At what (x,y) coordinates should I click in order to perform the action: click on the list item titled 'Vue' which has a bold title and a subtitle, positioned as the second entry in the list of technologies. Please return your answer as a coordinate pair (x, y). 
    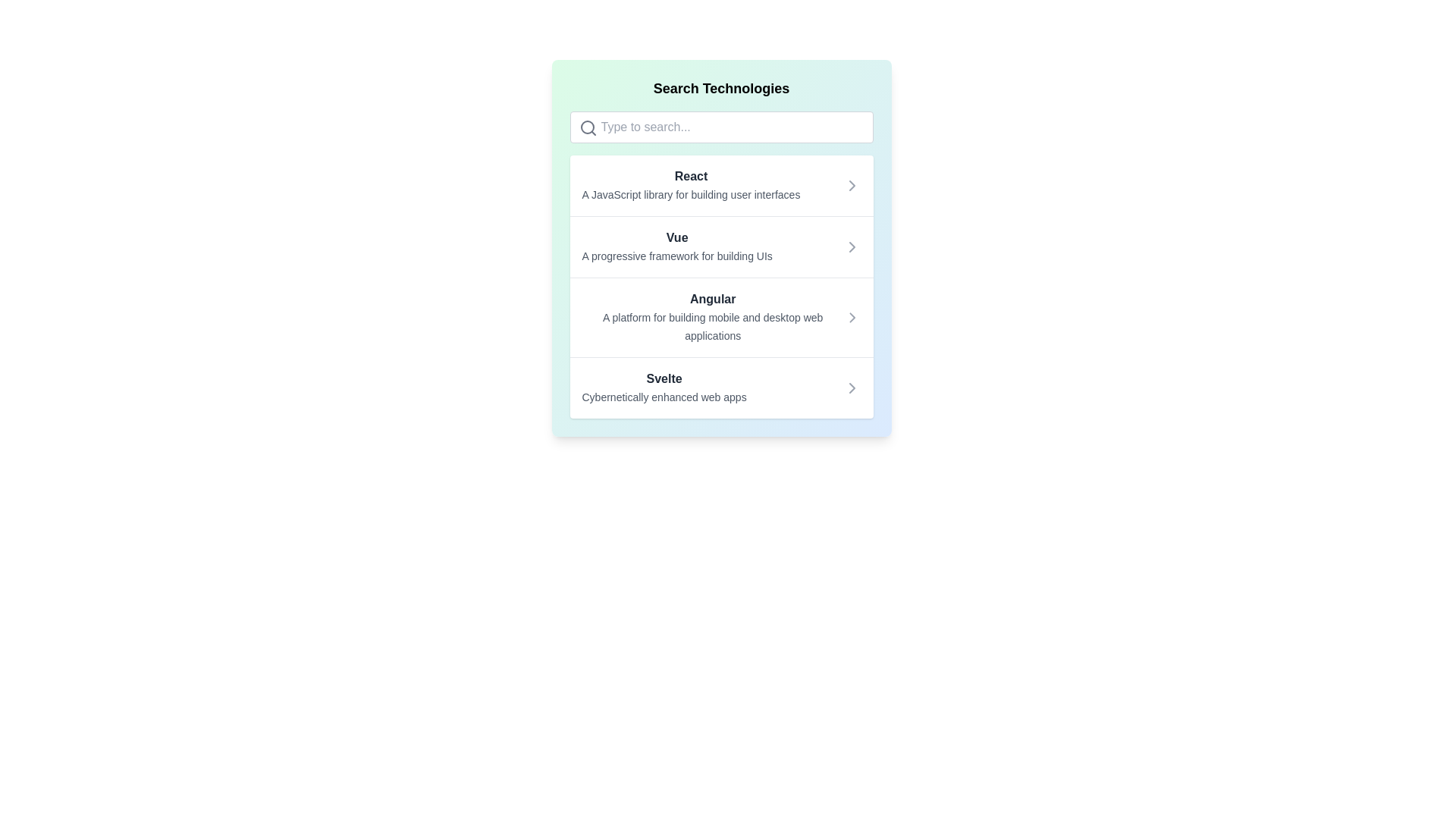
    Looking at the image, I should click on (676, 246).